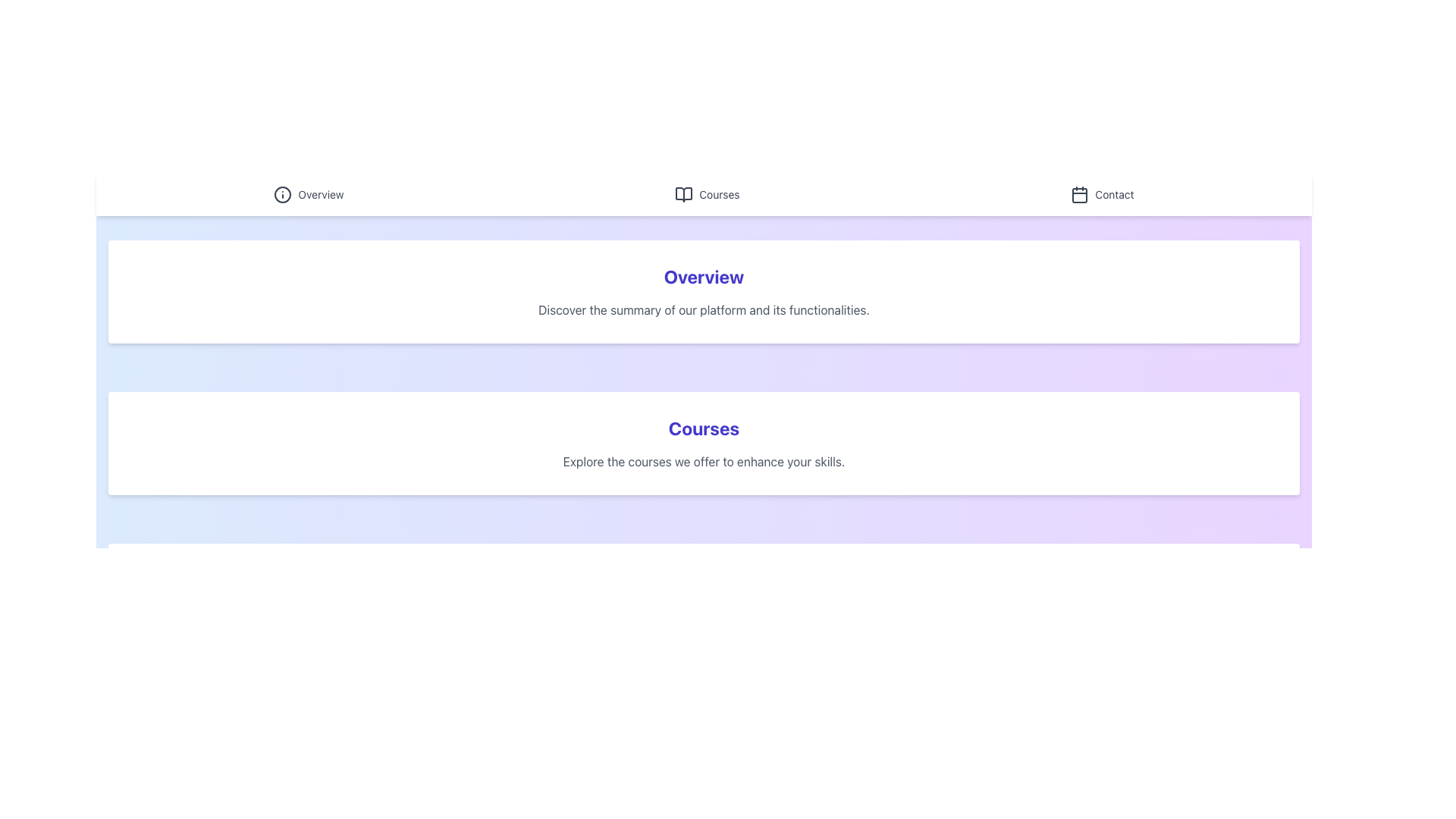 The width and height of the screenshot is (1456, 819). What do you see at coordinates (308, 194) in the screenshot?
I see `the 'Overview' hyperlink with an information icon` at bounding box center [308, 194].